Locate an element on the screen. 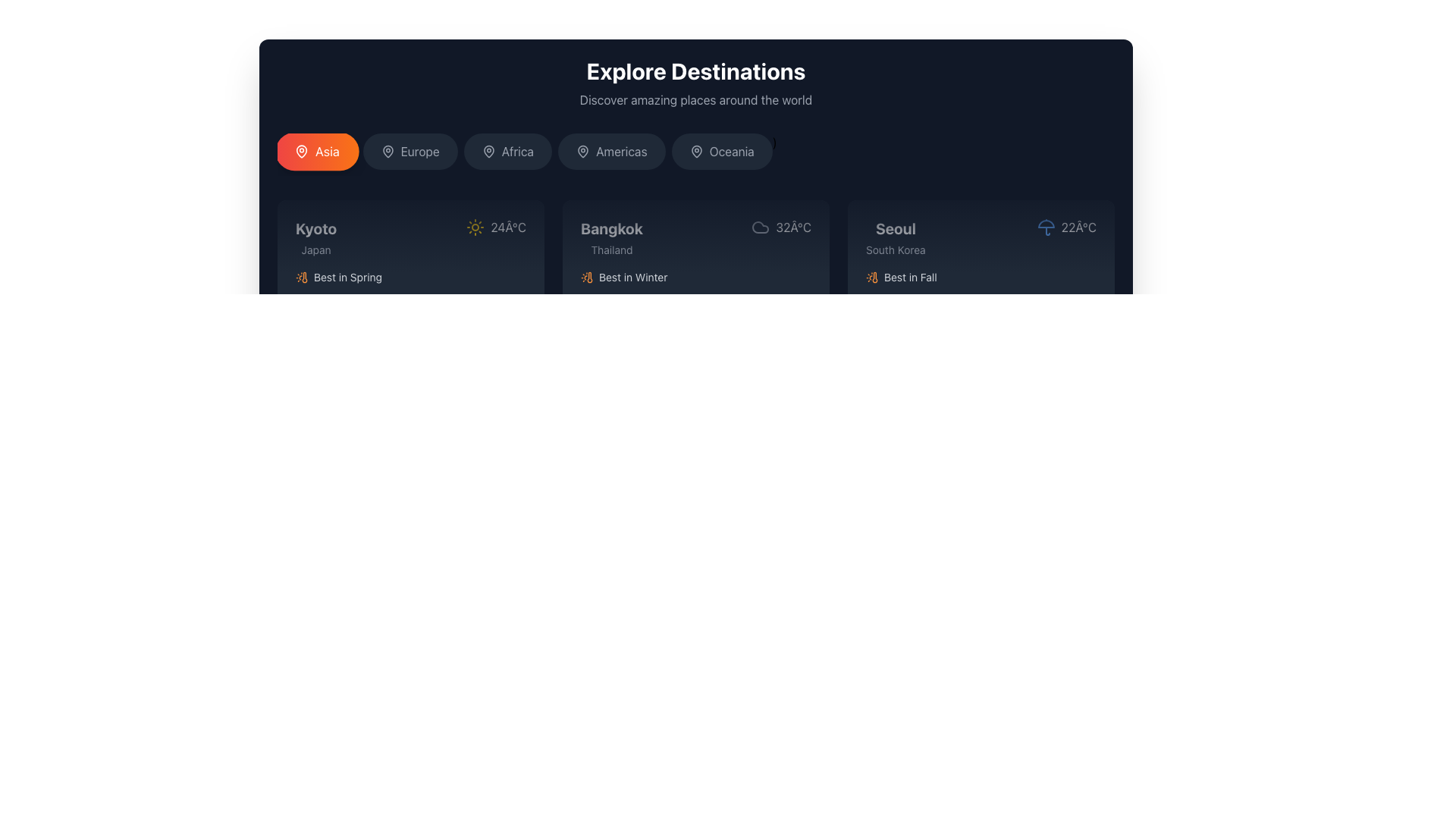 This screenshot has height=819, width=1456. the button labeled 'Americas' which contains the pin-shaped icon representing a location marker is located at coordinates (582, 152).